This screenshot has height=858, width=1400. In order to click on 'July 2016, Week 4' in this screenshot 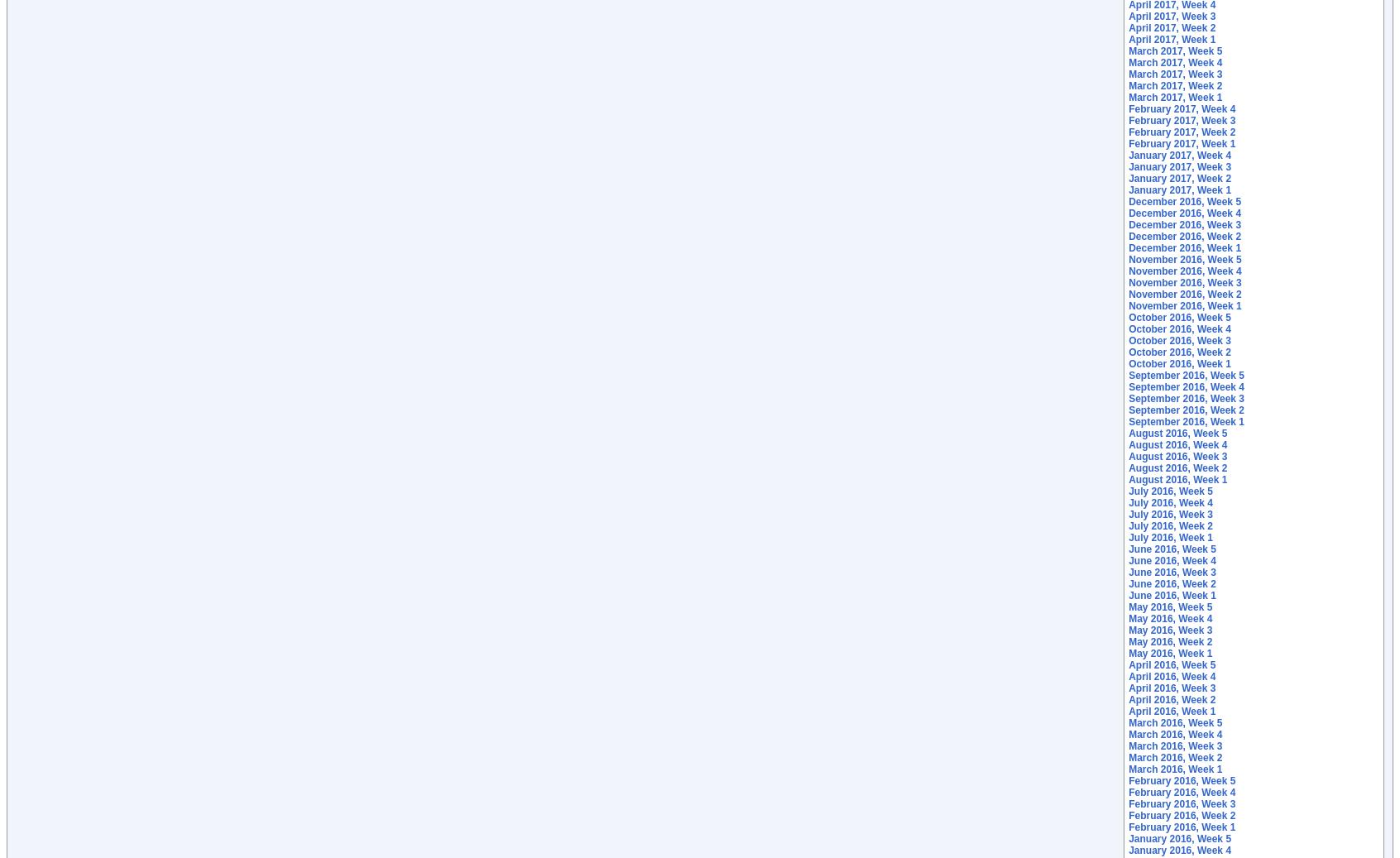, I will do `click(1170, 502)`.